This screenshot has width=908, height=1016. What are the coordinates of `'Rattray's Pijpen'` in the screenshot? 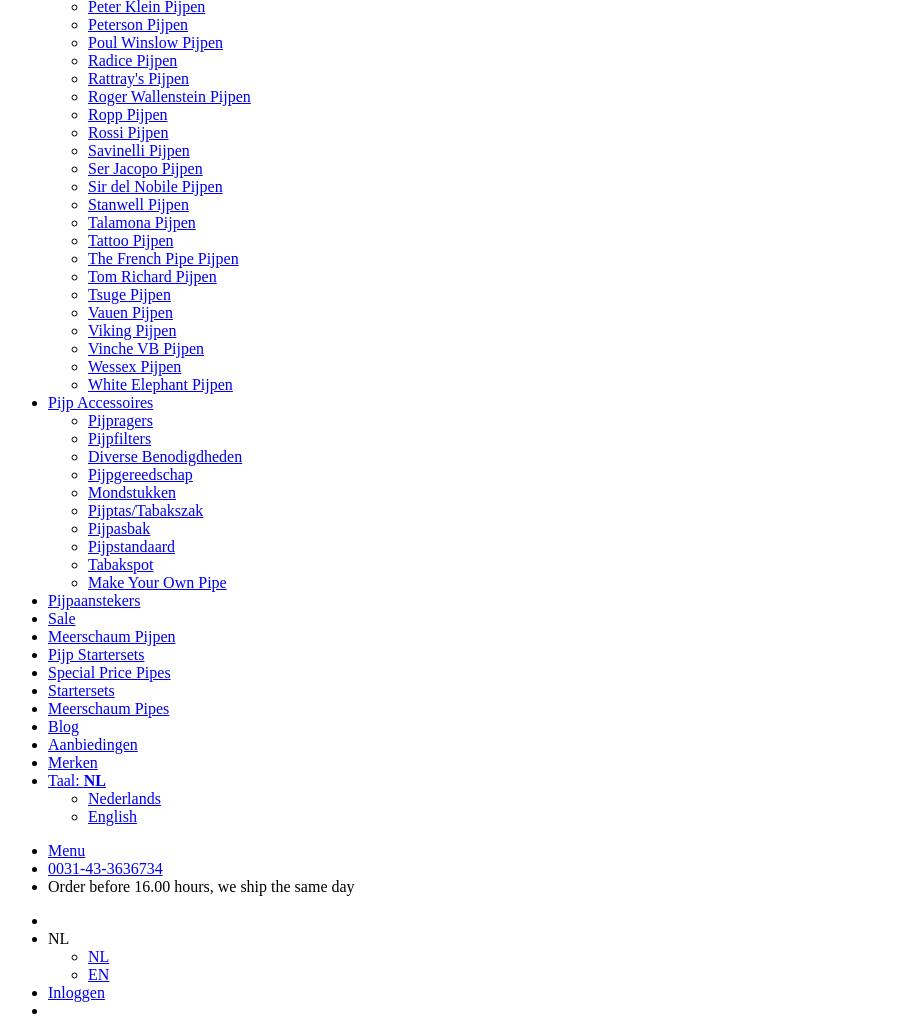 It's located at (138, 78).